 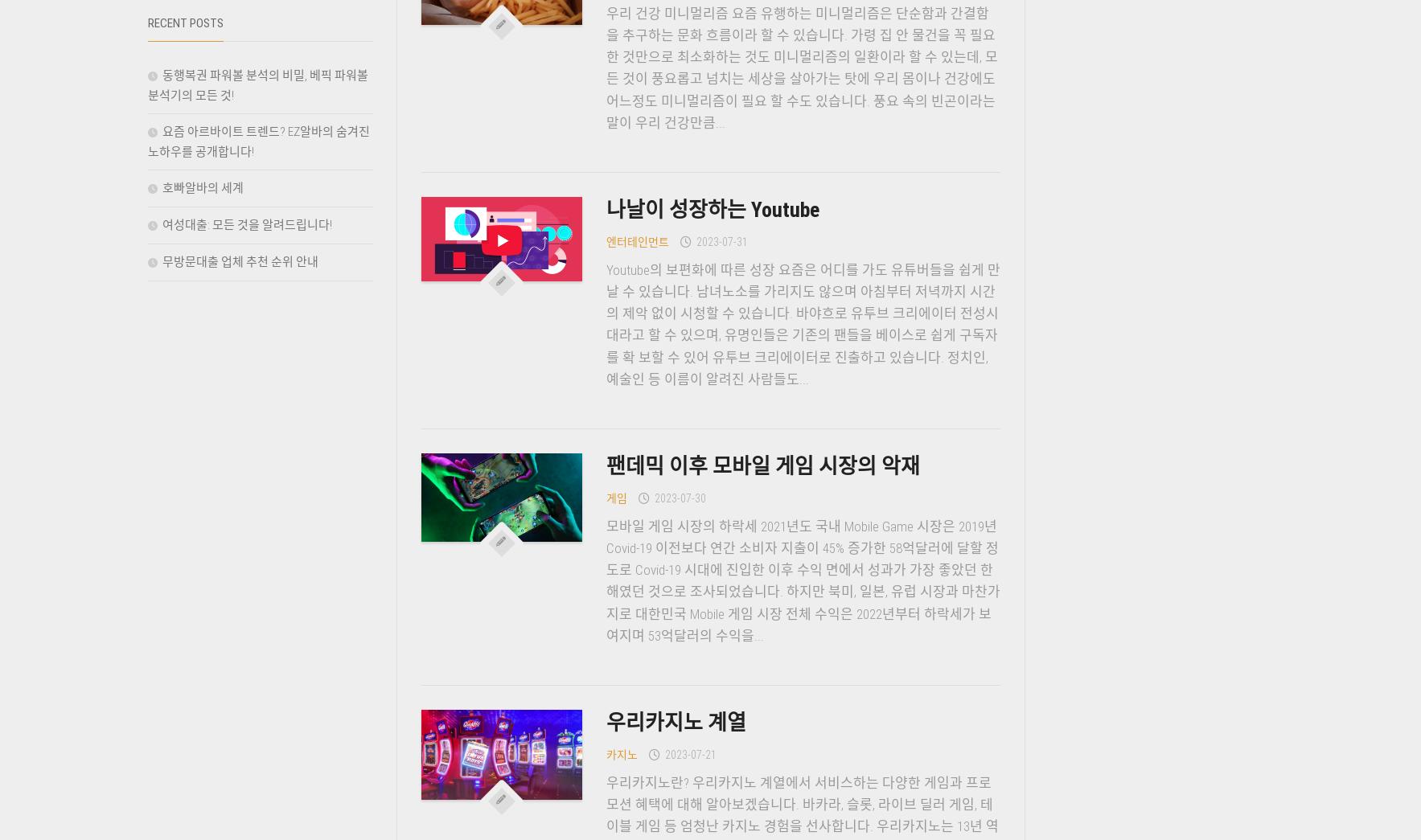 What do you see at coordinates (604, 579) in the screenshot?
I see `'모바일 게임 시장의 하락세 2021년도 국내 Mobile Game 시장은 2019년 Covid-19 이전보다 연간 소비자 지출이 45% 증가한 58억달러에 달할 정도로 Covid-19 시대에 진입한 이후 수익 면에서 성과가 가장 좋았던 한 해였던 것으로 조사되었습니다. 하지만 북미, 일본, 유럽 시장과 마찬가지로 대한민국 Mobile 게임 시장 전체 수익은 2022년부터 하락세가 보여지며 53억달러의 수익을...'` at bounding box center [604, 579].